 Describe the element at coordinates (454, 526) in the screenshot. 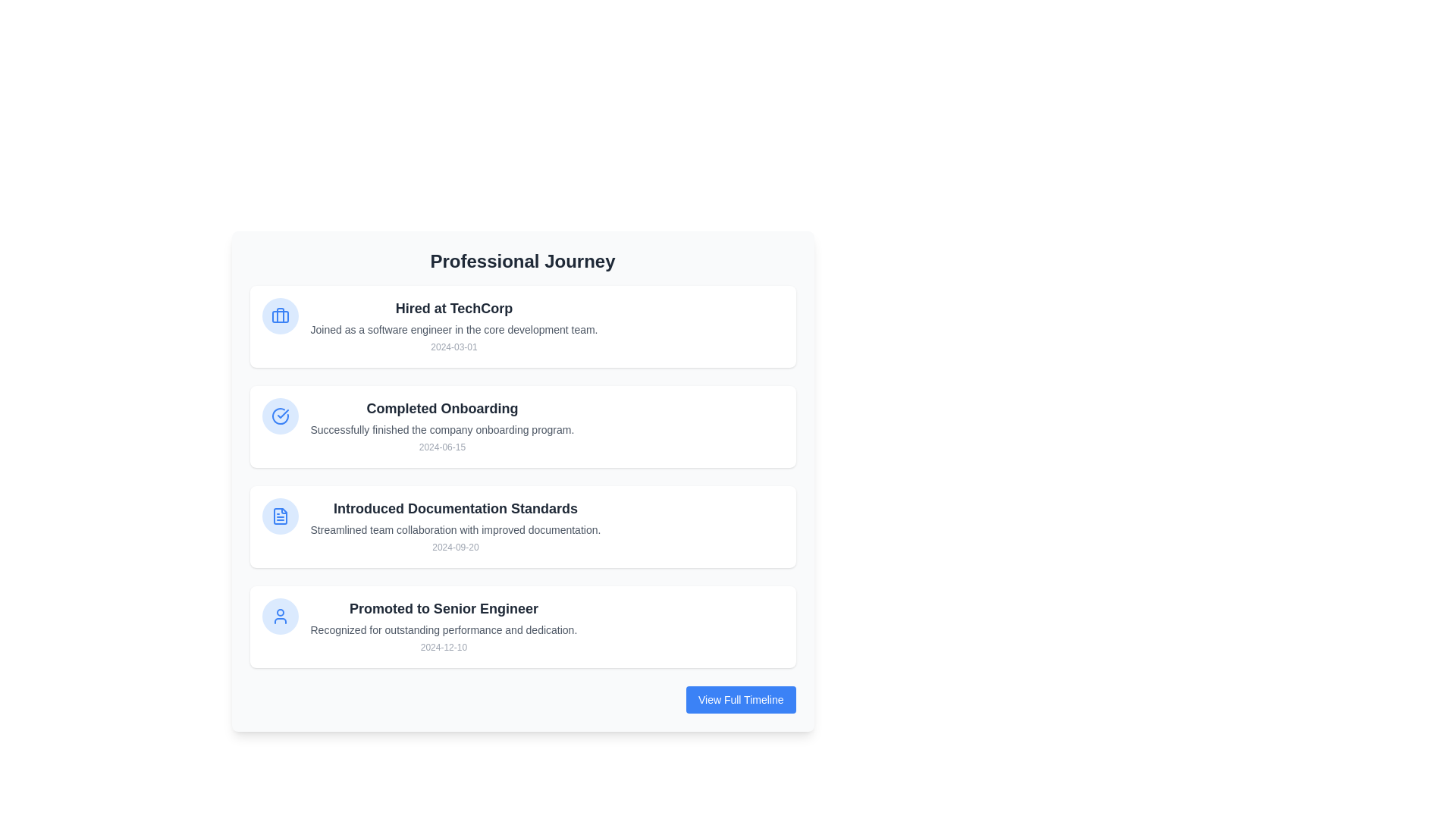

I see `the date displayed` at that location.